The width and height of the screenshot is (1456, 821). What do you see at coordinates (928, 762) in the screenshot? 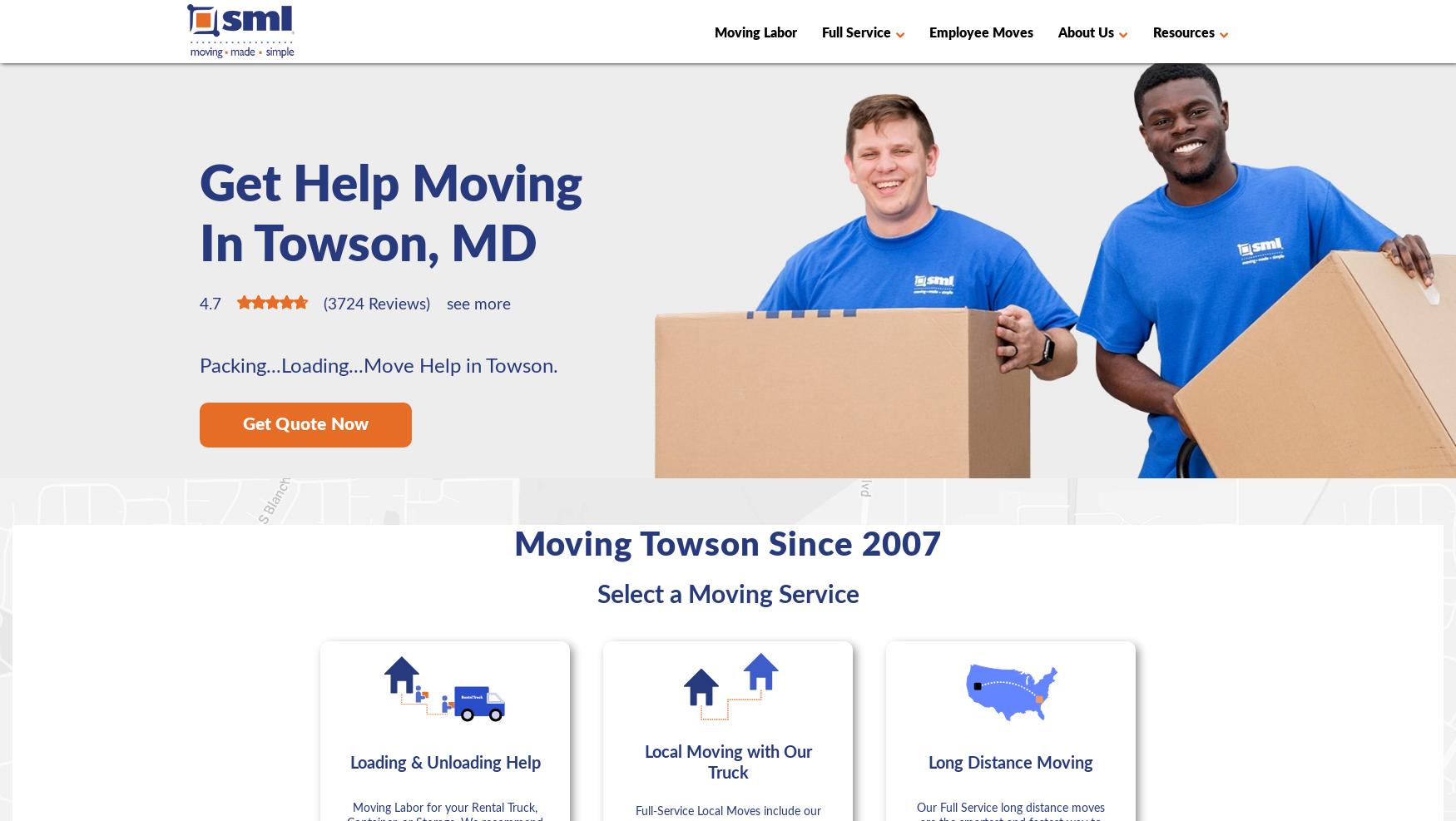
I see `'Long Distance Moving'` at bounding box center [928, 762].